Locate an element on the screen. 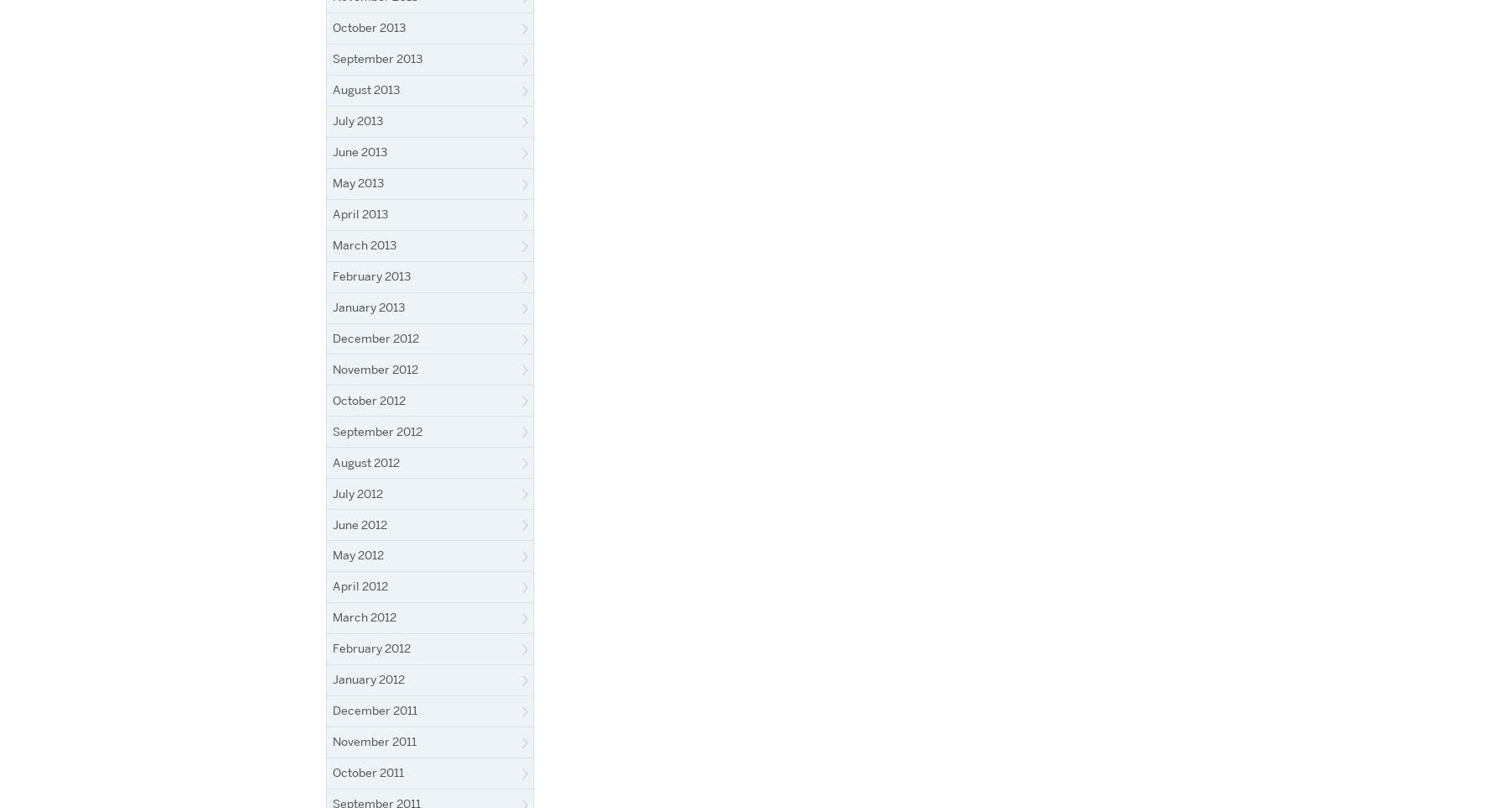  'March 2013' is located at coordinates (364, 244).